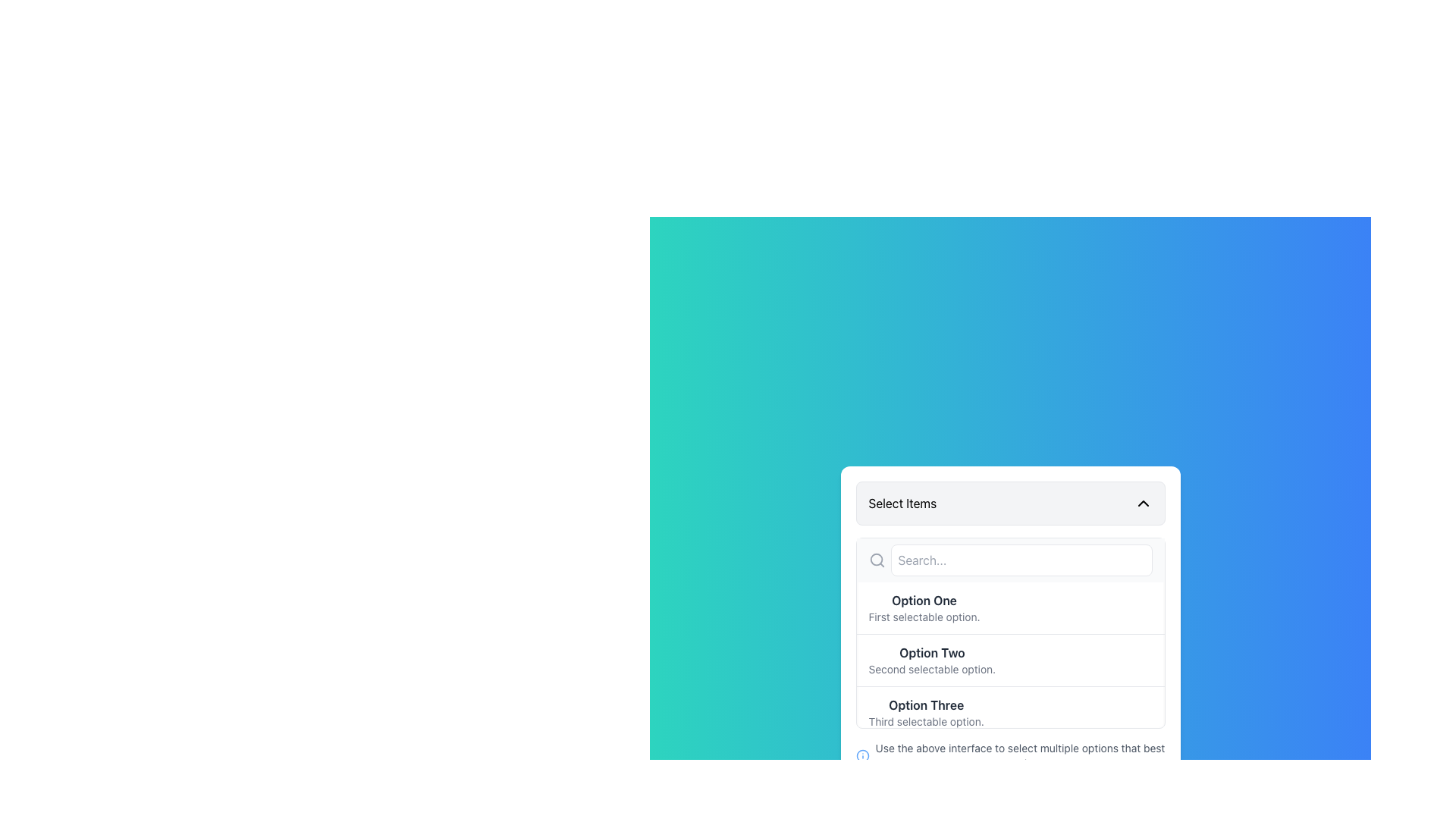 The image size is (1456, 819). Describe the element at coordinates (925, 713) in the screenshot. I see `the third option in the dropdown menu, which provides information about the third choice and is located beneath 'Option One' and 'Option Two'` at that location.